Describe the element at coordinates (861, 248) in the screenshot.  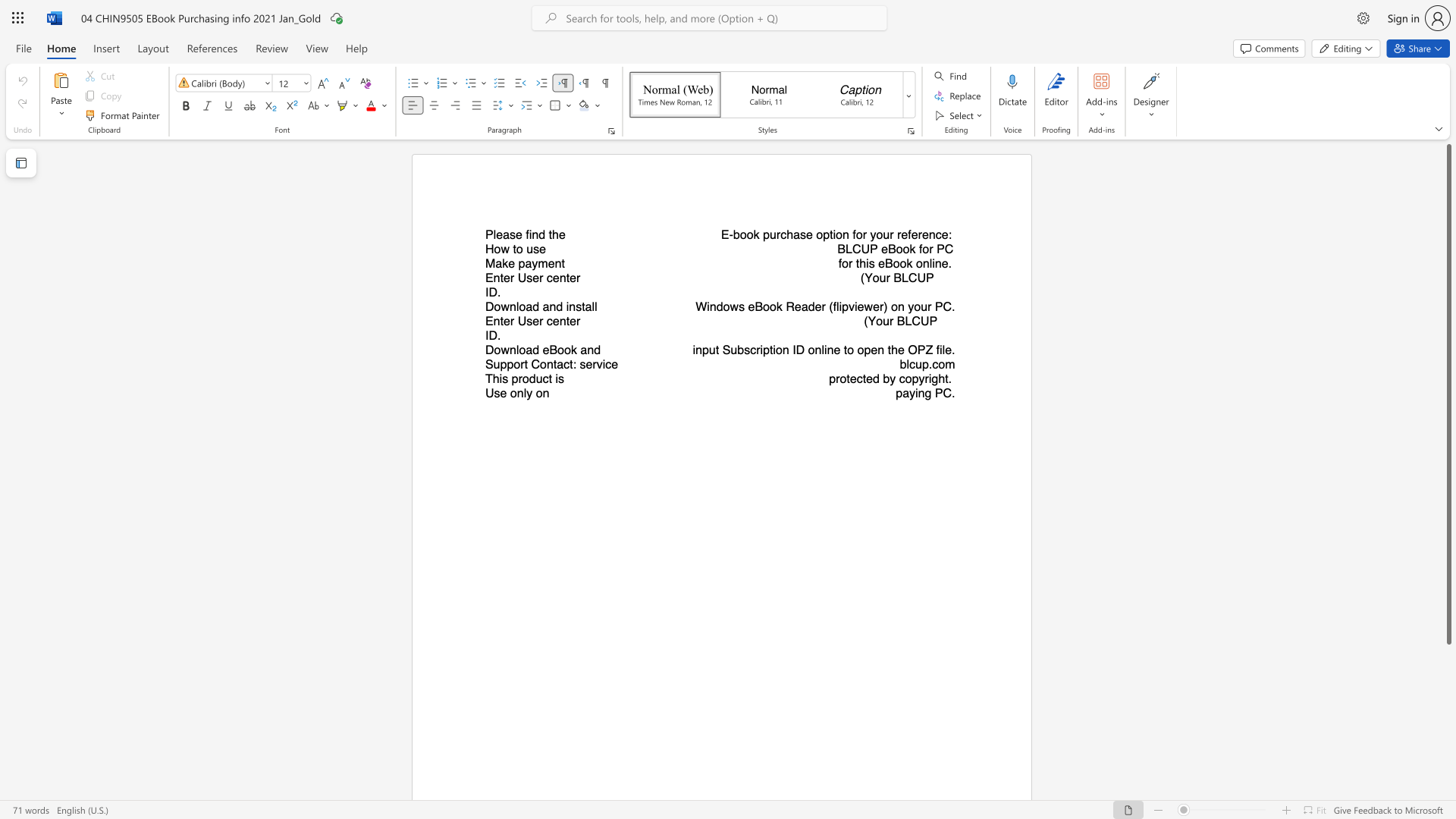
I see `the subset text "UP eBo" within the text "BLCUP eBook for PC"` at that location.